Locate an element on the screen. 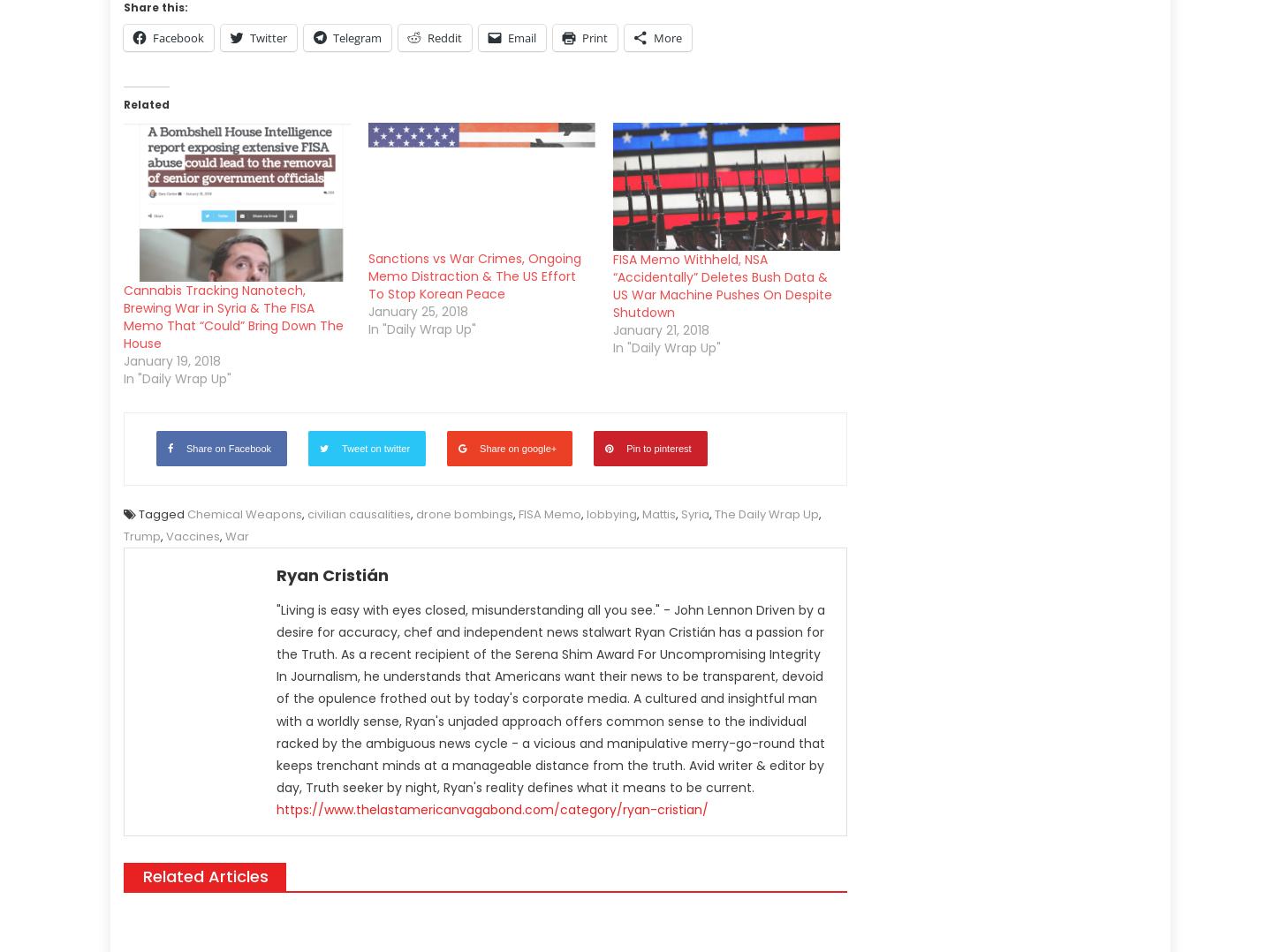  'Trump' is located at coordinates (123, 536).